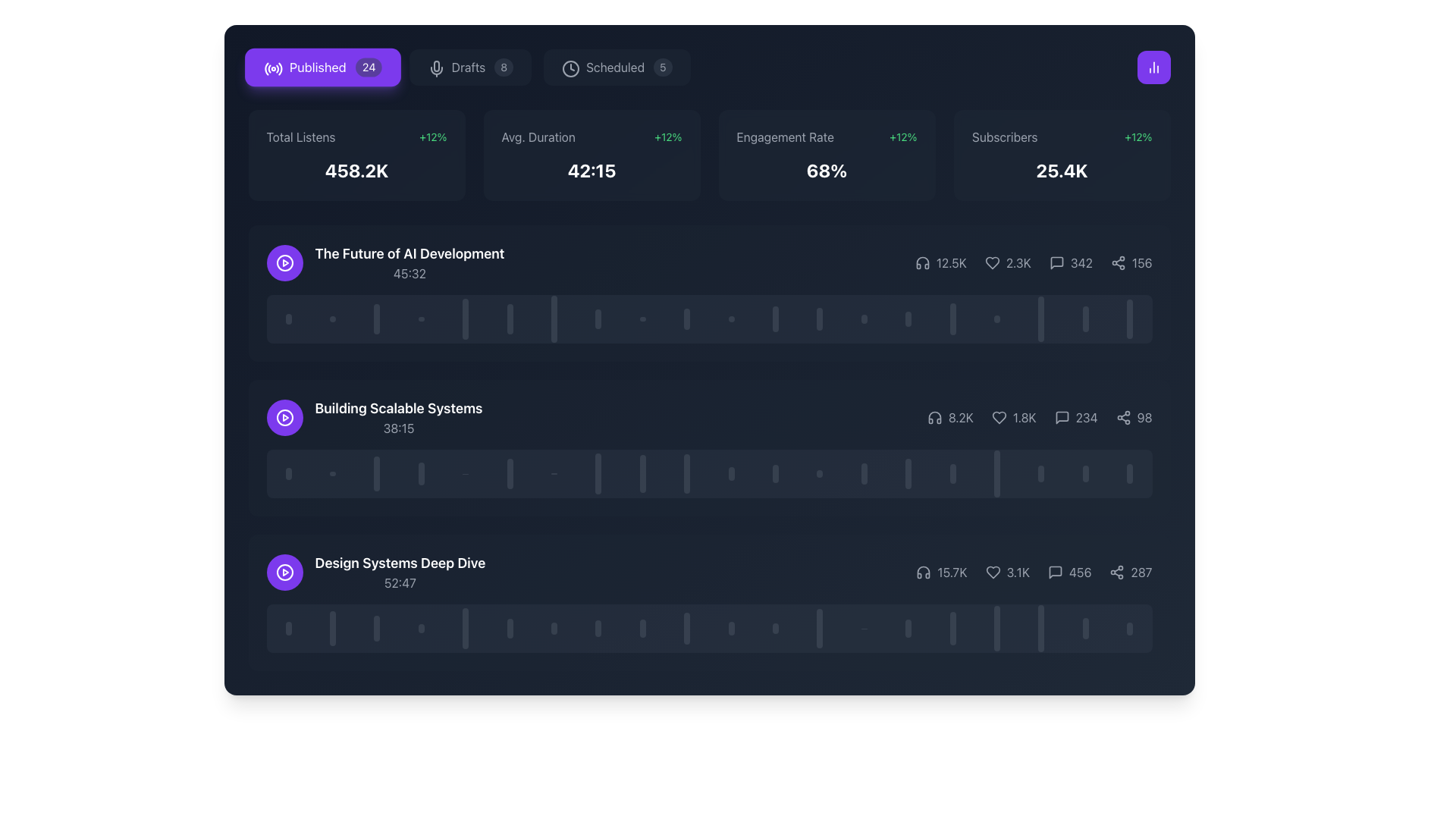 The image size is (1456, 819). Describe the element at coordinates (1055, 573) in the screenshot. I see `the comments indicator icon (speech bubble) located in the social interaction bar below the 'Design Systems Deep Dive' section, which visually represents the comment count of 456` at that location.